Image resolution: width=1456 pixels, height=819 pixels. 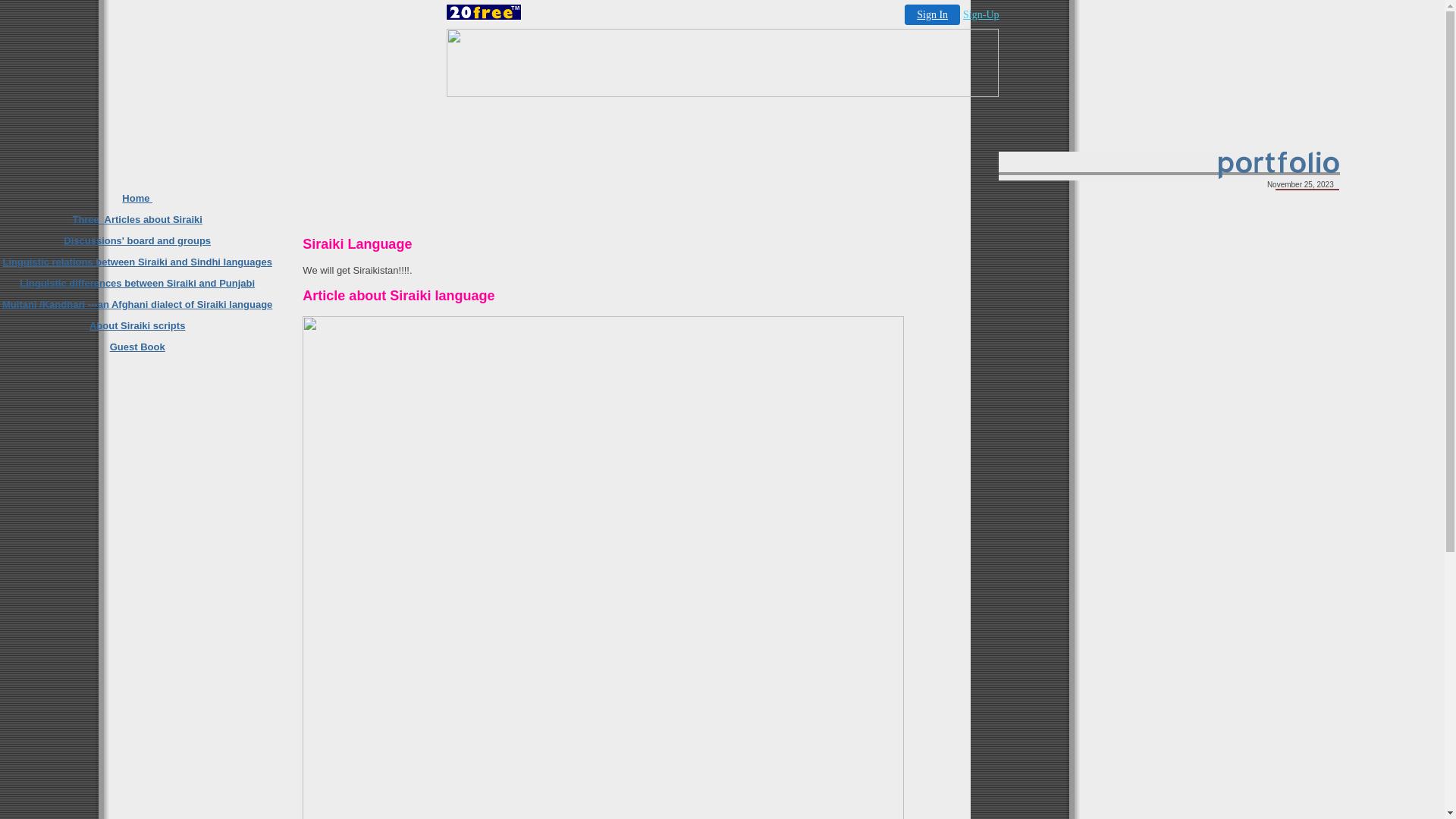 What do you see at coordinates (137, 283) in the screenshot?
I see `'Linguistic differences between Siraiki and Punjabi'` at bounding box center [137, 283].